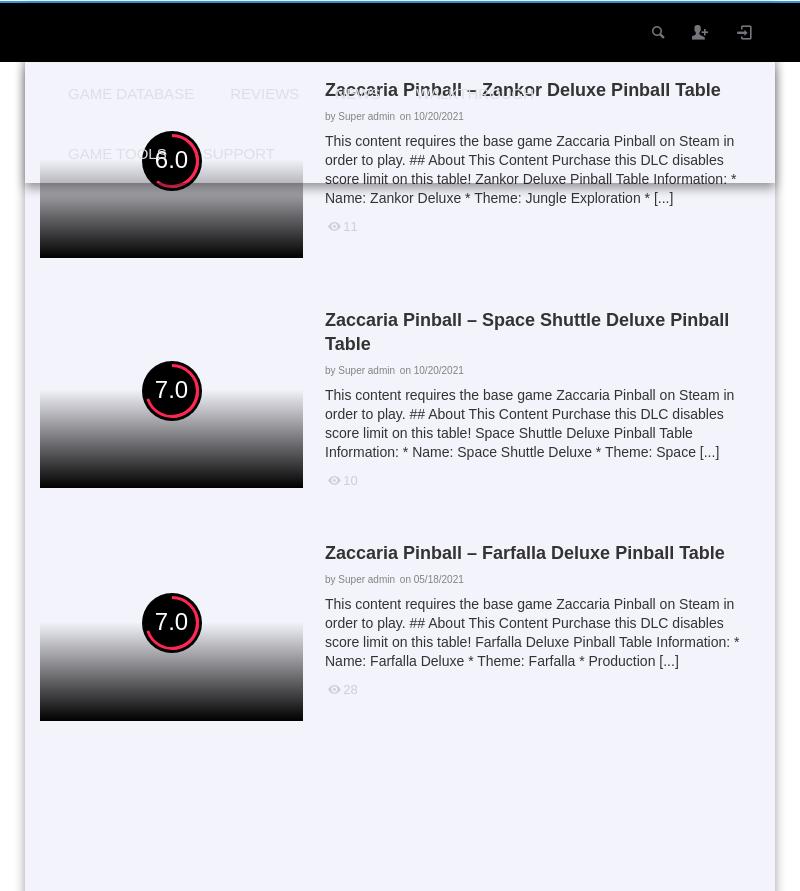 The height and width of the screenshot is (891, 800). I want to click on 'This content requires the base game Zaccaria Pinball on Steam in order to play. ## About This Content Purchase this DLC disables score limit on this table! Space Shuttle Deluxe Pinball Table Information: * Name: Space Shuttle Deluxe * Theme: Space [...]', so click(528, 423).